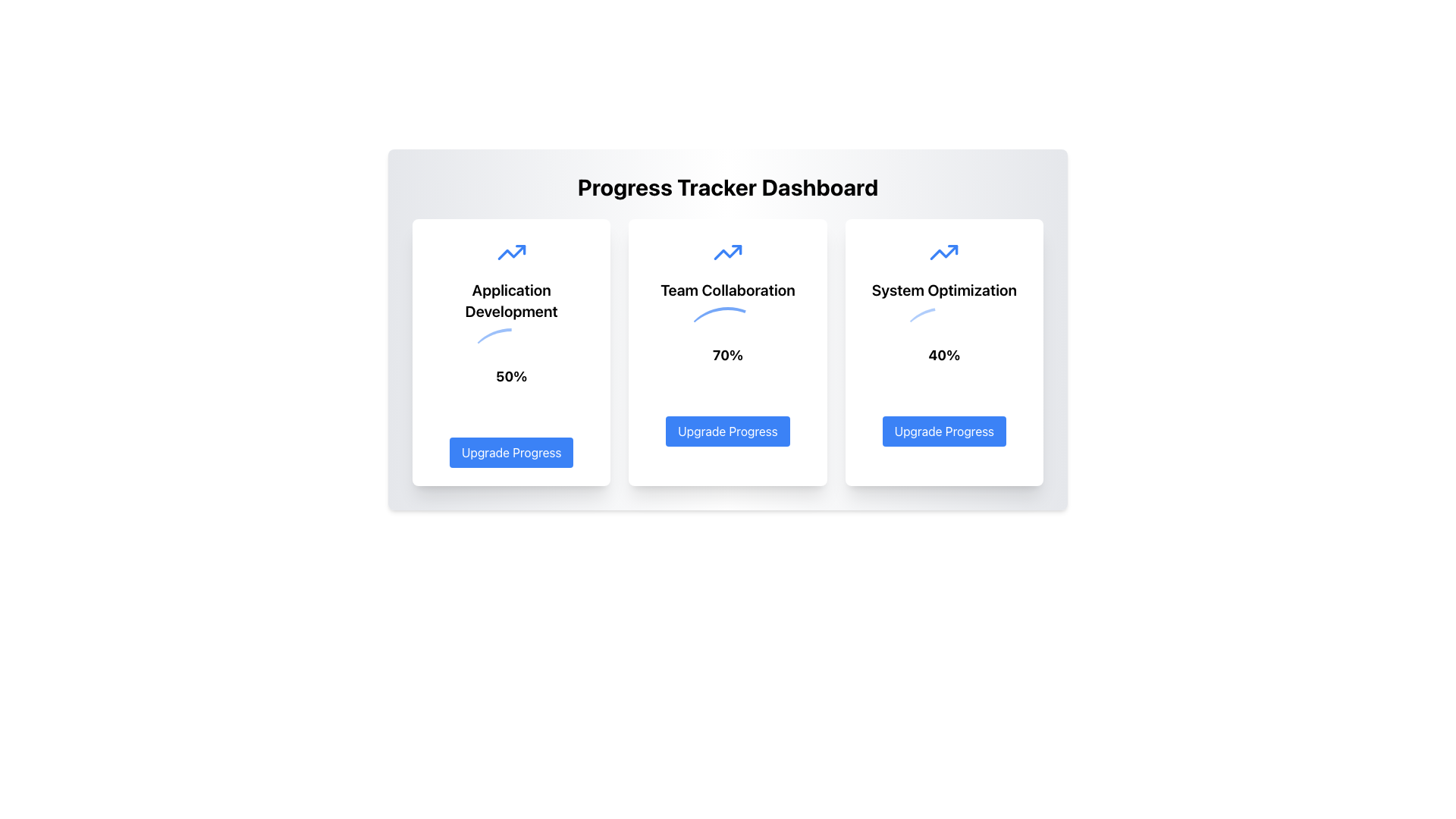 The height and width of the screenshot is (819, 1456). I want to click on the button in the 'System Optimization' section, located below the '40%' label, to initiate an upgrade for the 'System Optimization' task, so click(943, 431).